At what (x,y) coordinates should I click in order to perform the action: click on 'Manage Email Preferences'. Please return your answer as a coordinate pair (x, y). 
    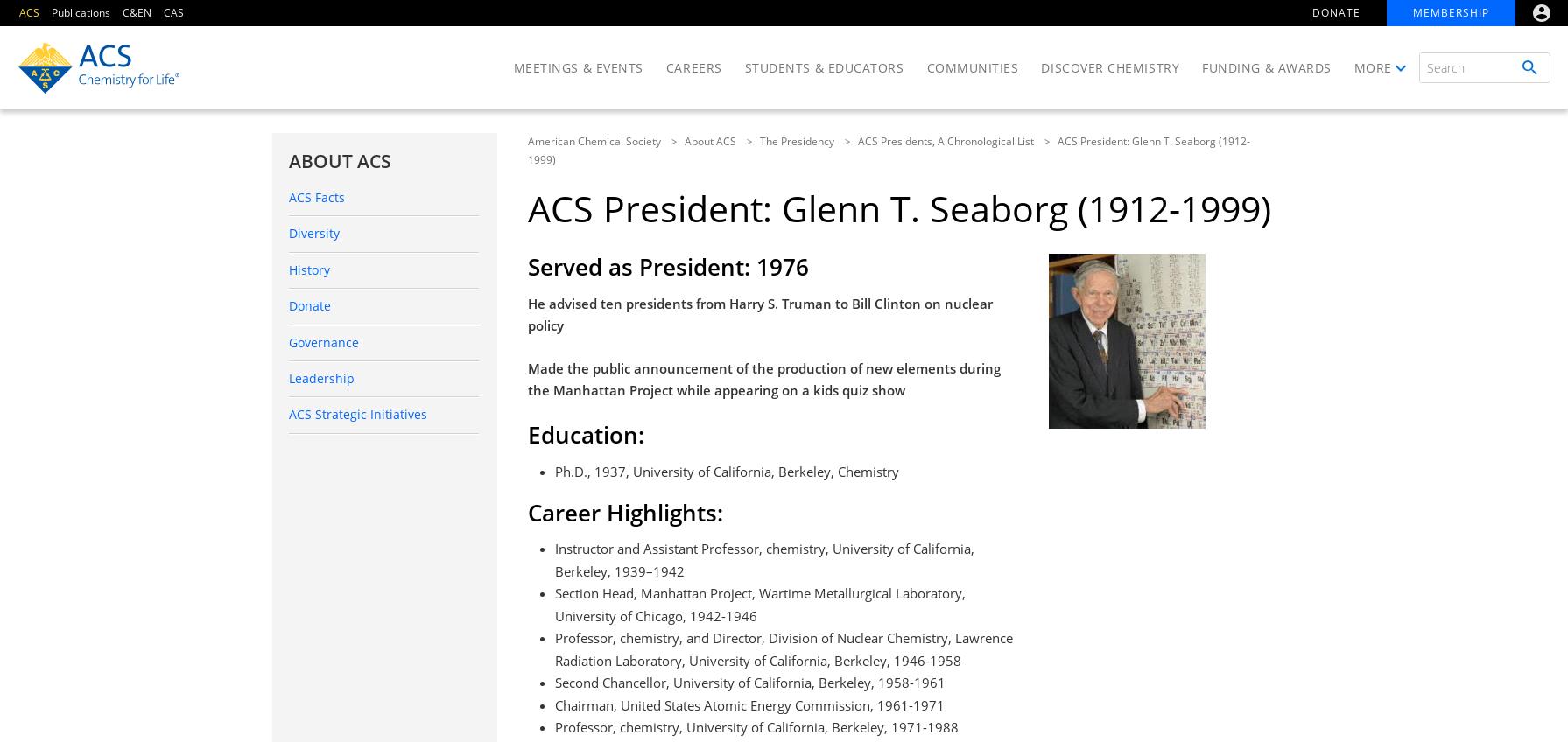
    Looking at the image, I should click on (1324, 237).